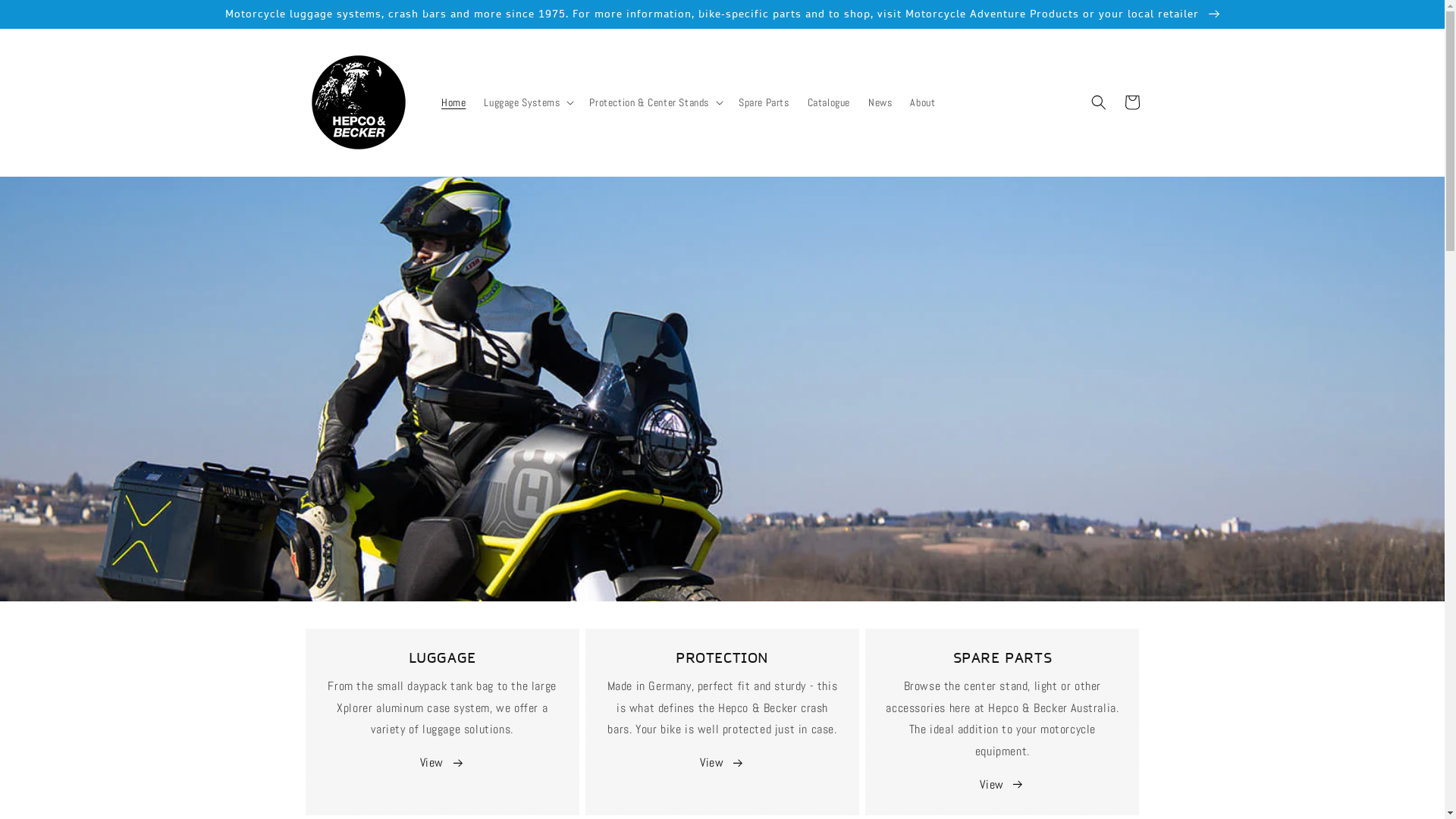 This screenshot has width=1456, height=819. I want to click on 'Cart', so click(1131, 102).